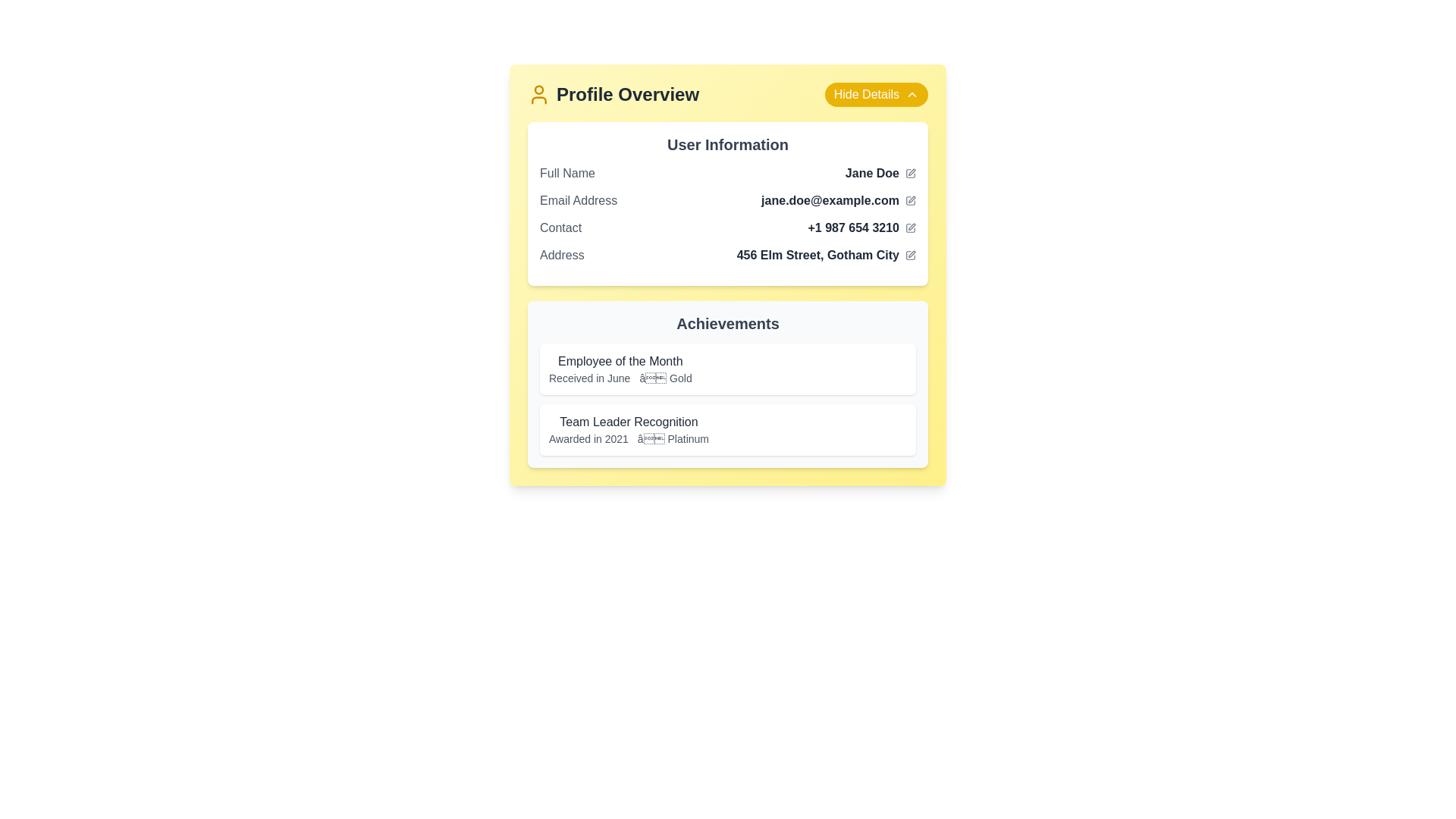  What do you see at coordinates (728, 430) in the screenshot?
I see `the 'Team Leader Recognition' award informational card located in the 'Achievements' section, which displays the user's achievement for 2021` at bounding box center [728, 430].